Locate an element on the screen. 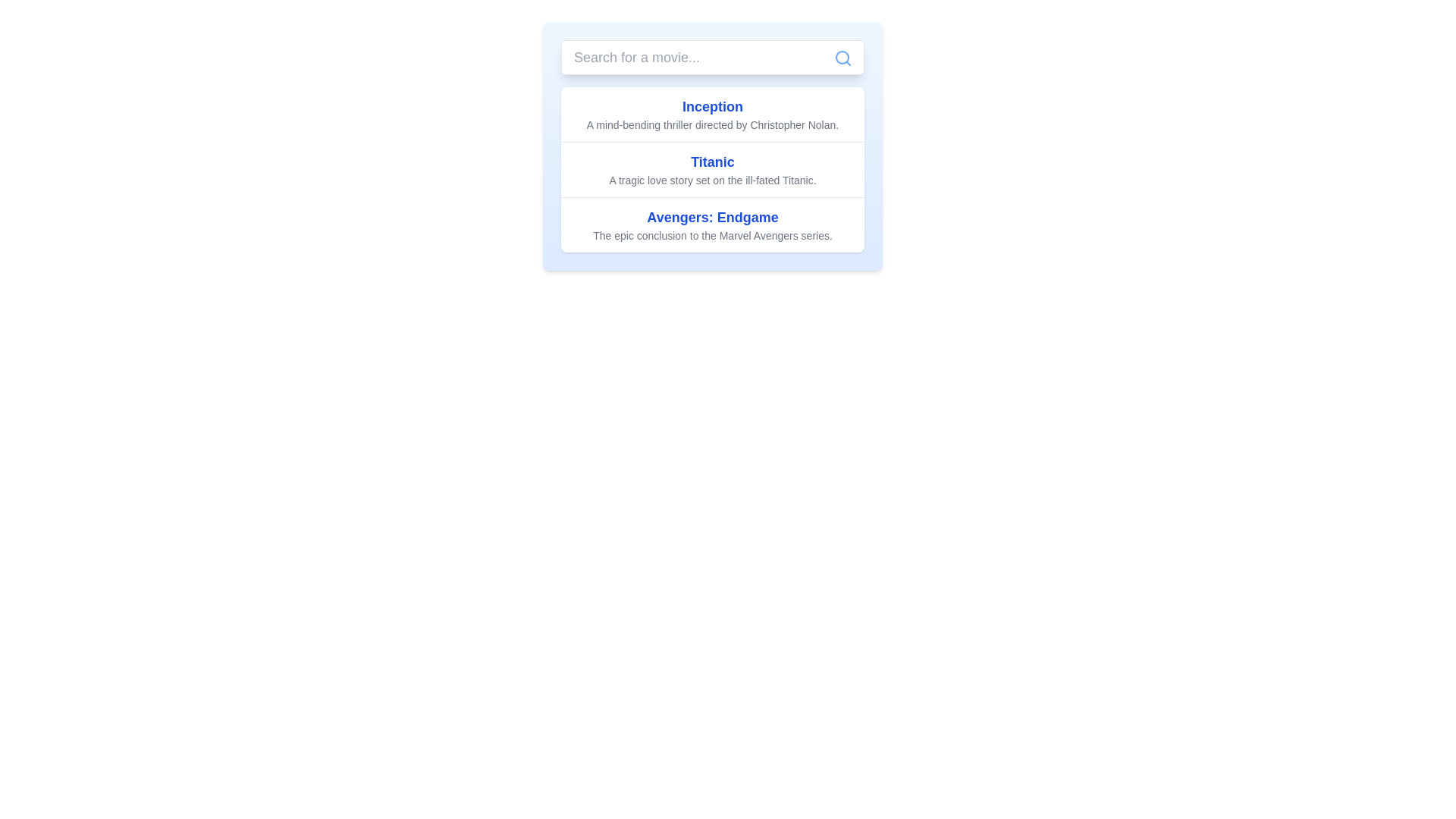  the text label containing the description 'A mind-bending thriller directed by Christopher Nolan.' which is centered beneath the title 'Inception.' is located at coordinates (712, 124).